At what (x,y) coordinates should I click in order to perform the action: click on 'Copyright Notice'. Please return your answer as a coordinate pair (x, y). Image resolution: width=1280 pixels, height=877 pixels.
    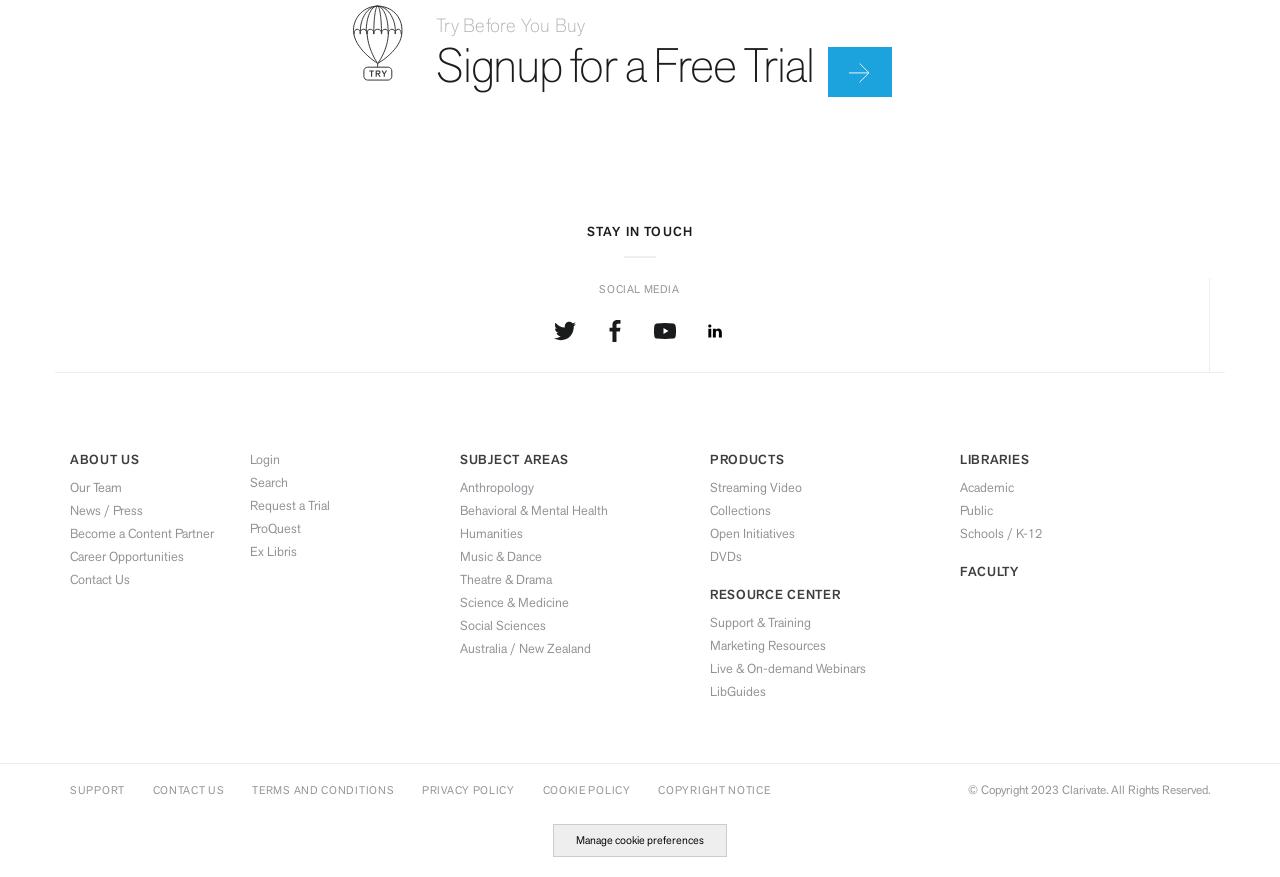
    Looking at the image, I should click on (713, 788).